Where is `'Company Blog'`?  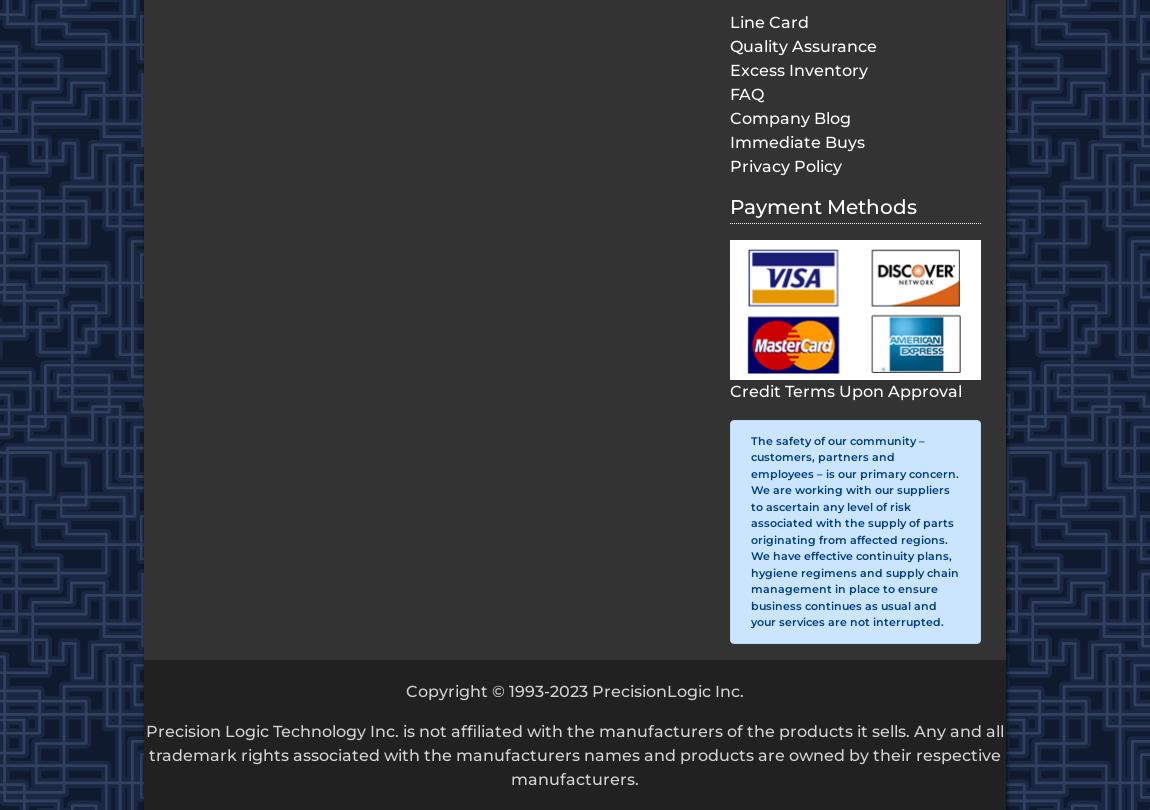 'Company Blog' is located at coordinates (789, 118).